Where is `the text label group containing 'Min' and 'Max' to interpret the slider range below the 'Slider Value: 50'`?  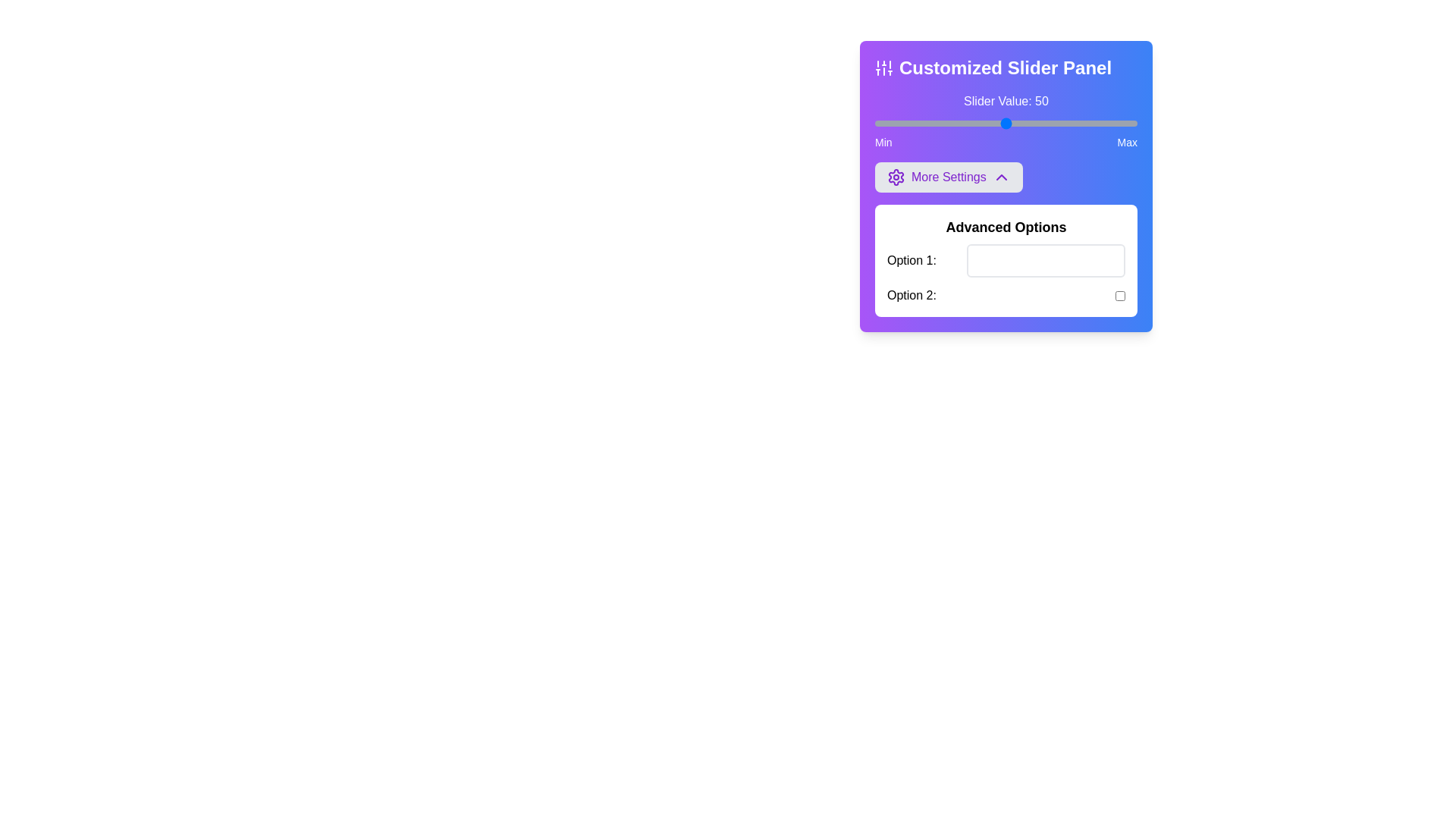
the text label group containing 'Min' and 'Max' to interpret the slider range below the 'Slider Value: 50' is located at coordinates (1006, 143).